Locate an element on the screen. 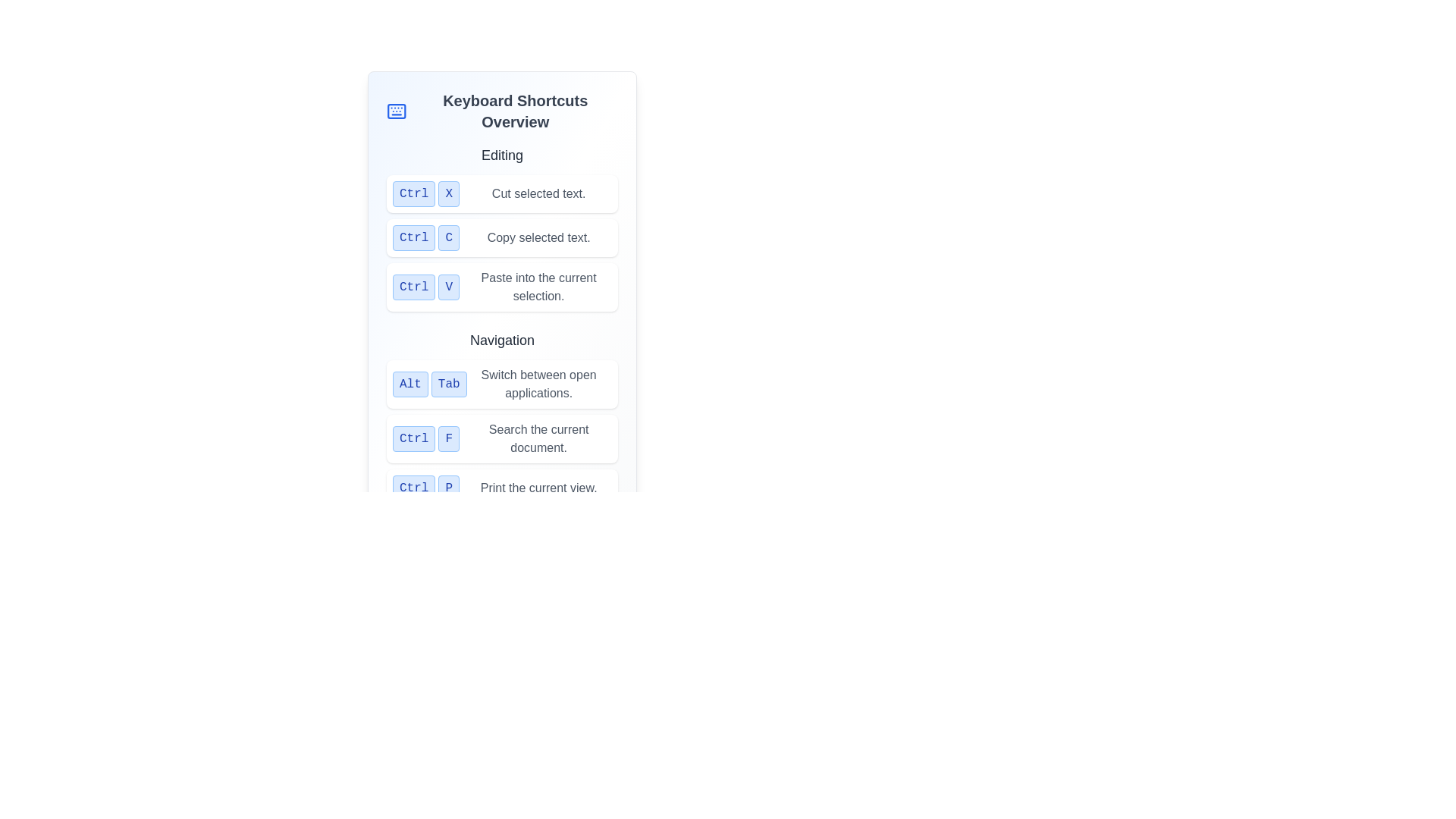  the text label displaying 'Editing' in bold and larger size, located at the top of its section above a list of keyboard shortcuts is located at coordinates (502, 155).